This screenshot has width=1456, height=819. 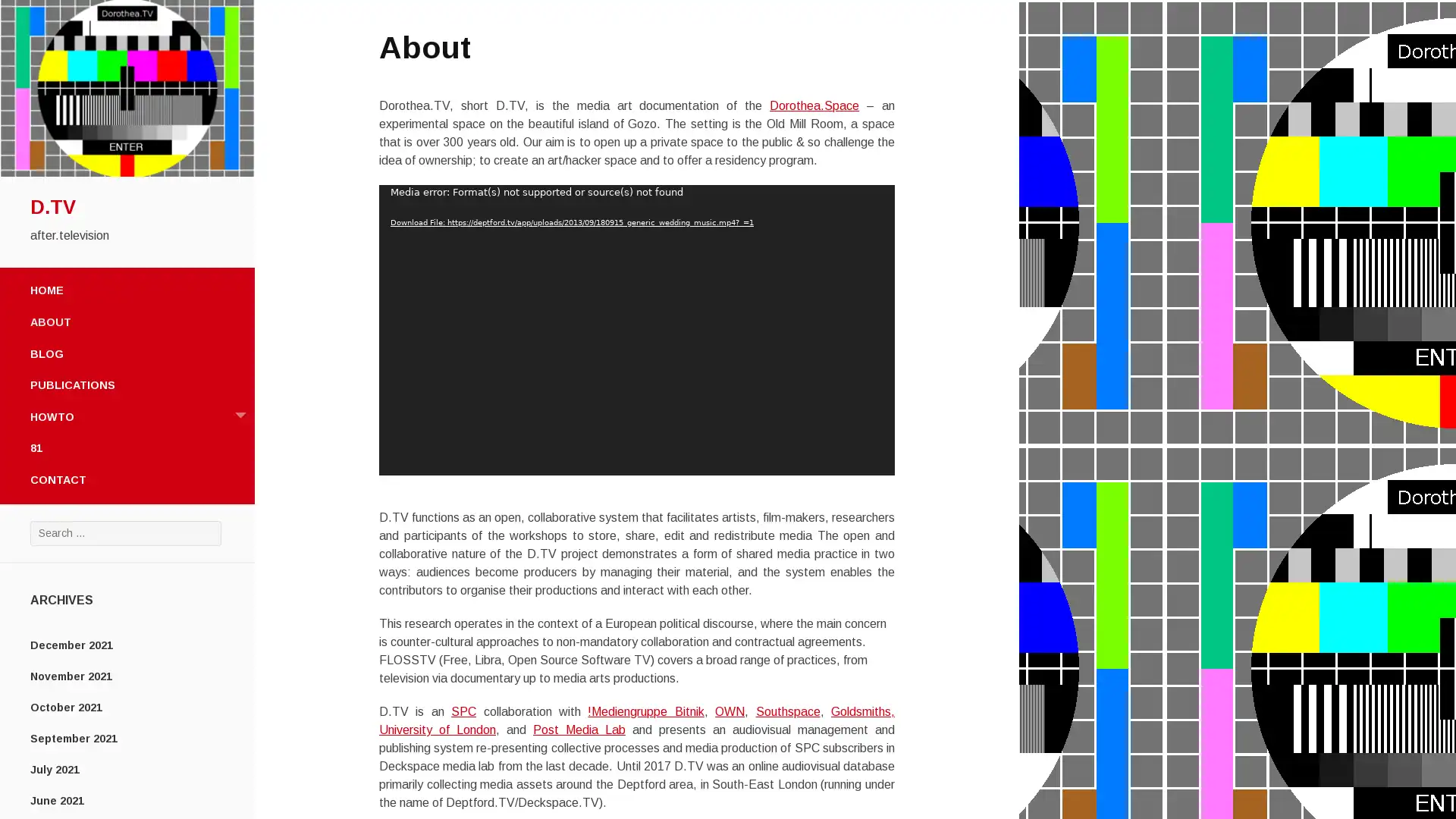 What do you see at coordinates (399, 458) in the screenshot?
I see `Play` at bounding box center [399, 458].